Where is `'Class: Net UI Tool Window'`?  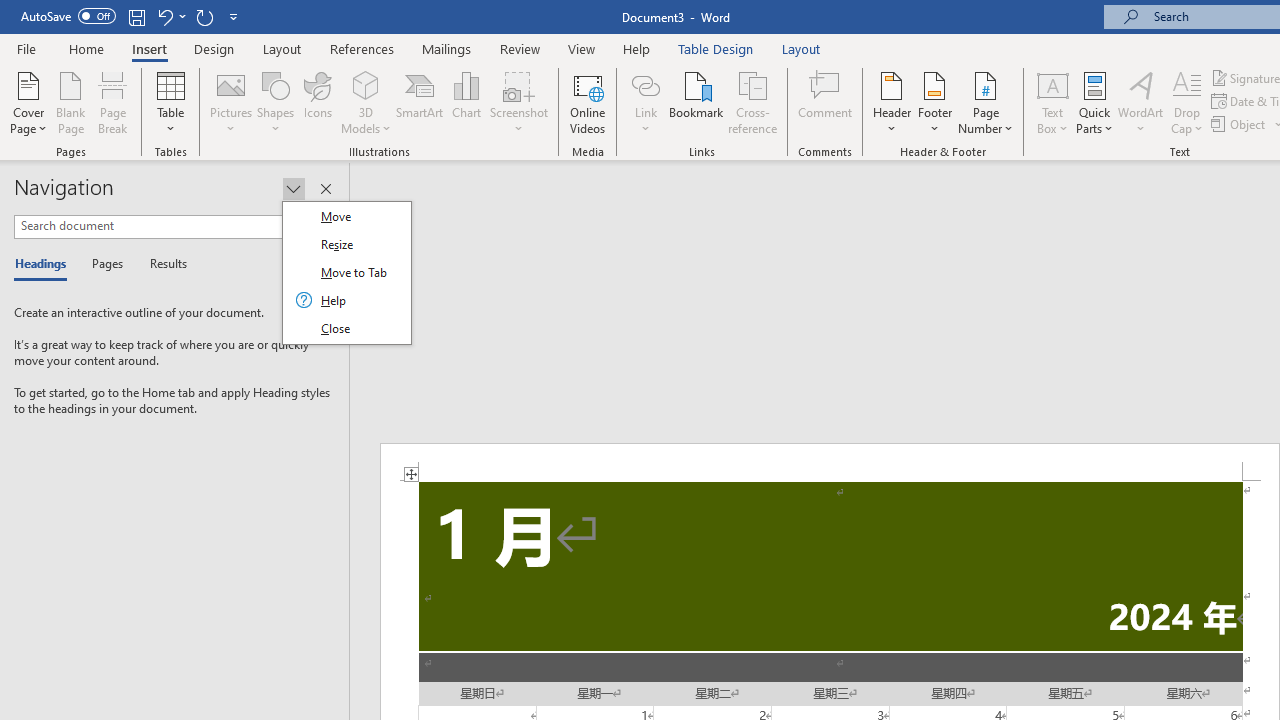 'Class: Net UI Tool Window' is located at coordinates (346, 272).